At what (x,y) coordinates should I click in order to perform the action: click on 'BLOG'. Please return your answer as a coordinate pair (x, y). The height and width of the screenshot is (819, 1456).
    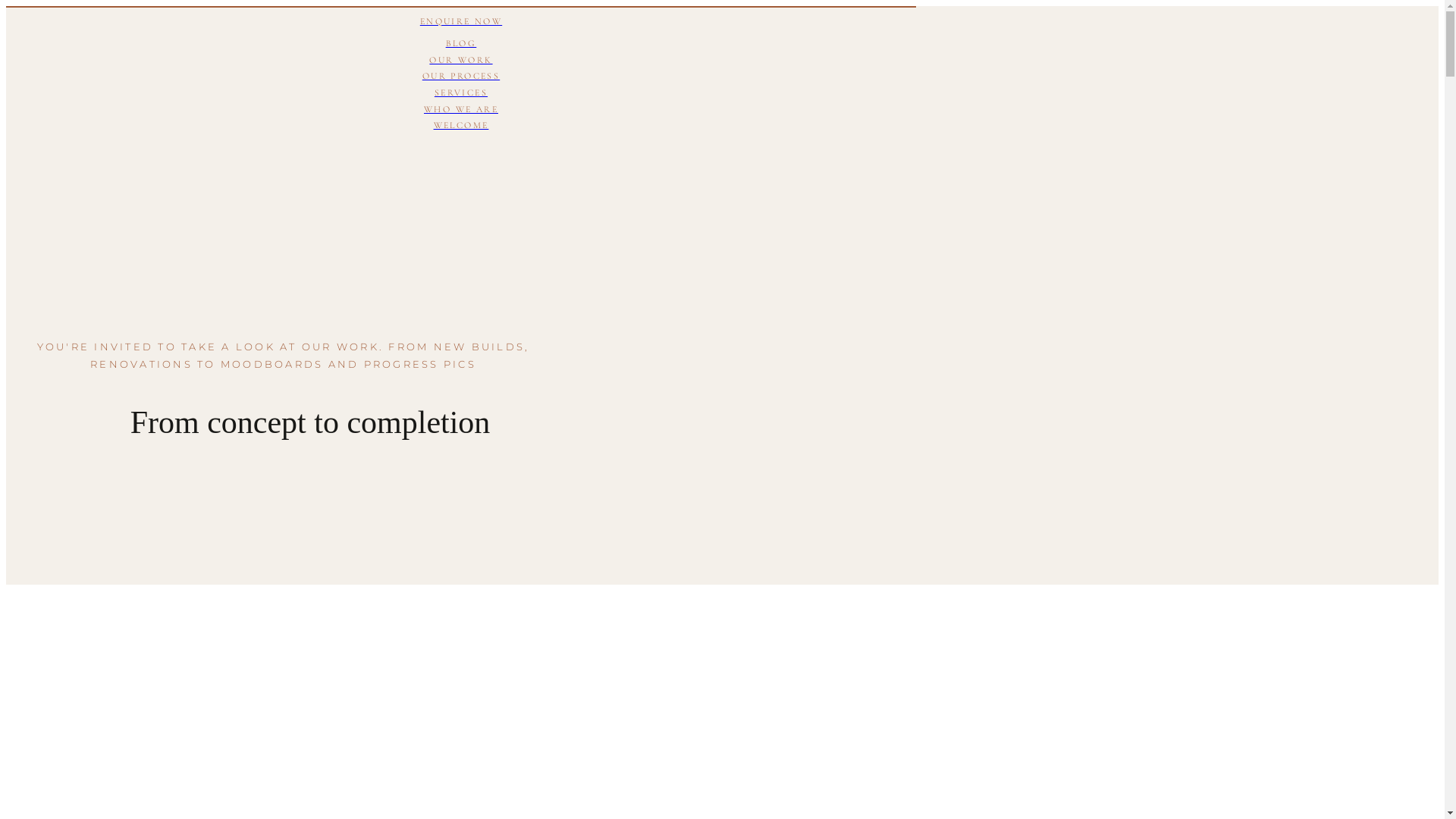
    Looking at the image, I should click on (460, 42).